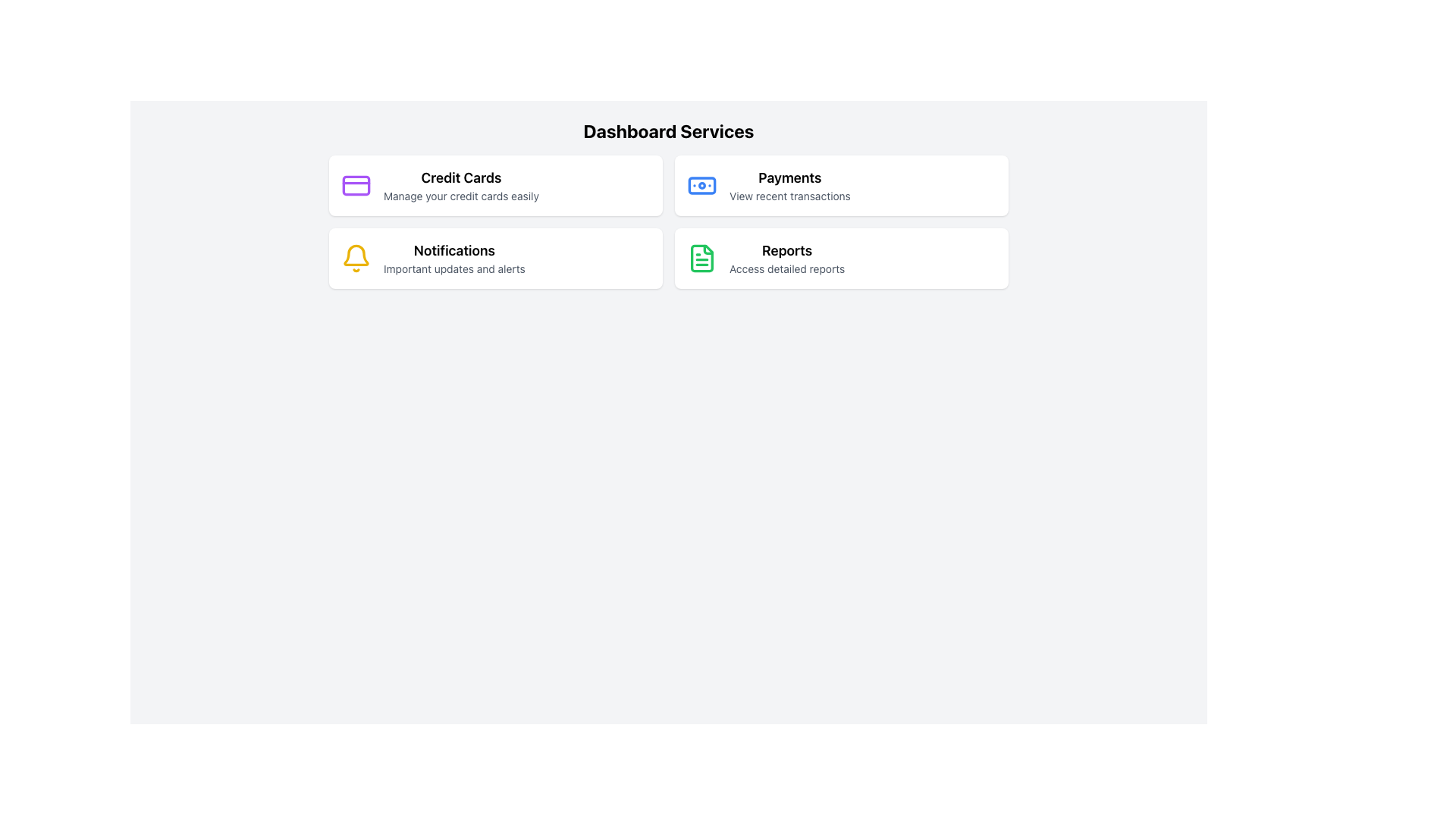  What do you see at coordinates (495, 257) in the screenshot?
I see `the Informational Card that features a yellow bell notification icon on the left, with the text 'Notifications' in bold and 'Important updates and alerts' in a smaller font on the right` at bounding box center [495, 257].